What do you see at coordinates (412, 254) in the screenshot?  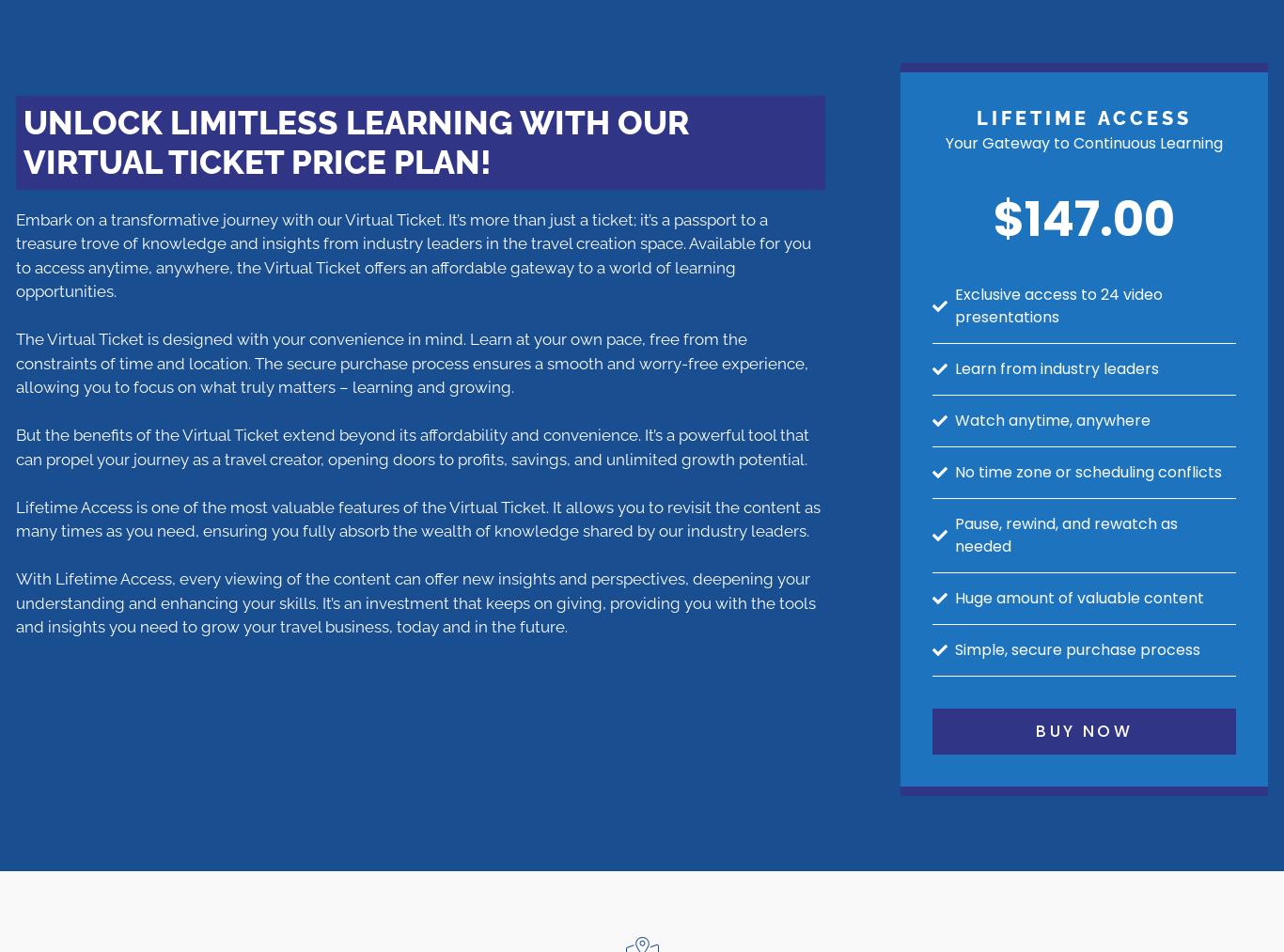 I see `'Embark on a transformative journey with our Virtual Ticket. It’s more than just a ticket; it’s a passport to a treasure trove of knowledge and insights from industry leaders in the travel creation space. Available for you to access anytime, anywhere, the Virtual Ticket offers an affordable gateway to a world of learning opportunities.'` at bounding box center [412, 254].